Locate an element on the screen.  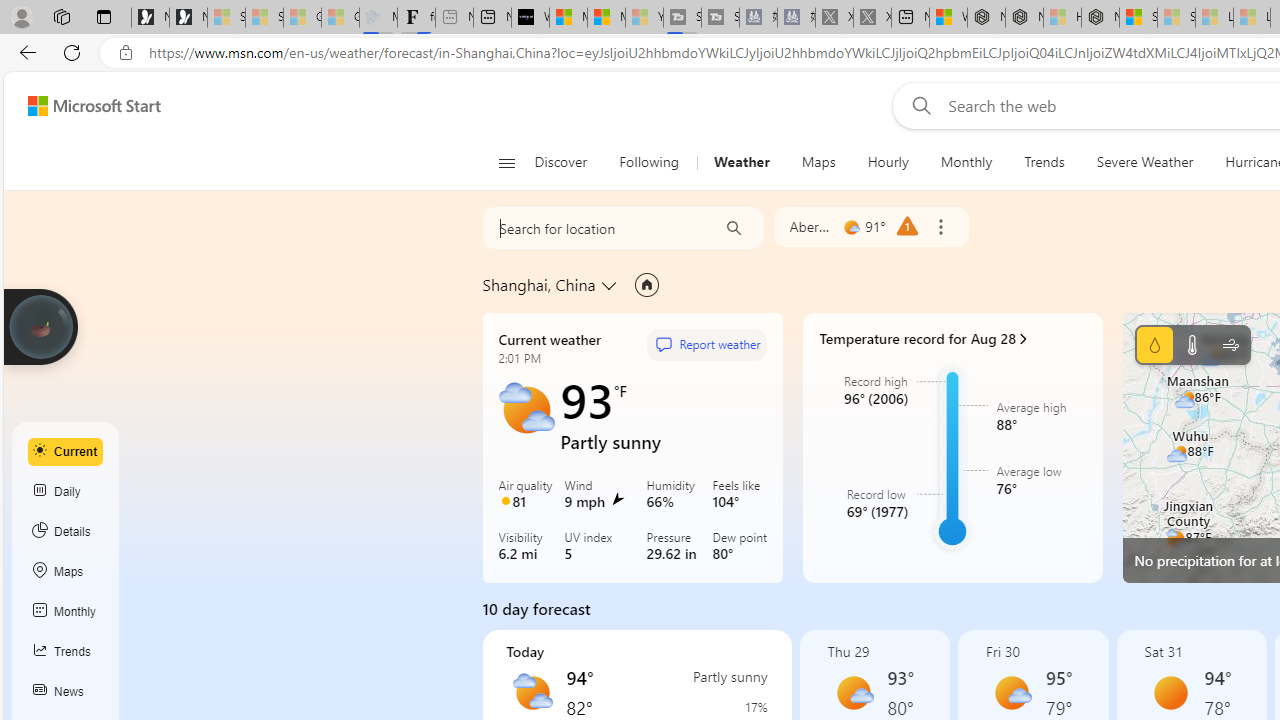
'Current' is located at coordinates (65, 451).